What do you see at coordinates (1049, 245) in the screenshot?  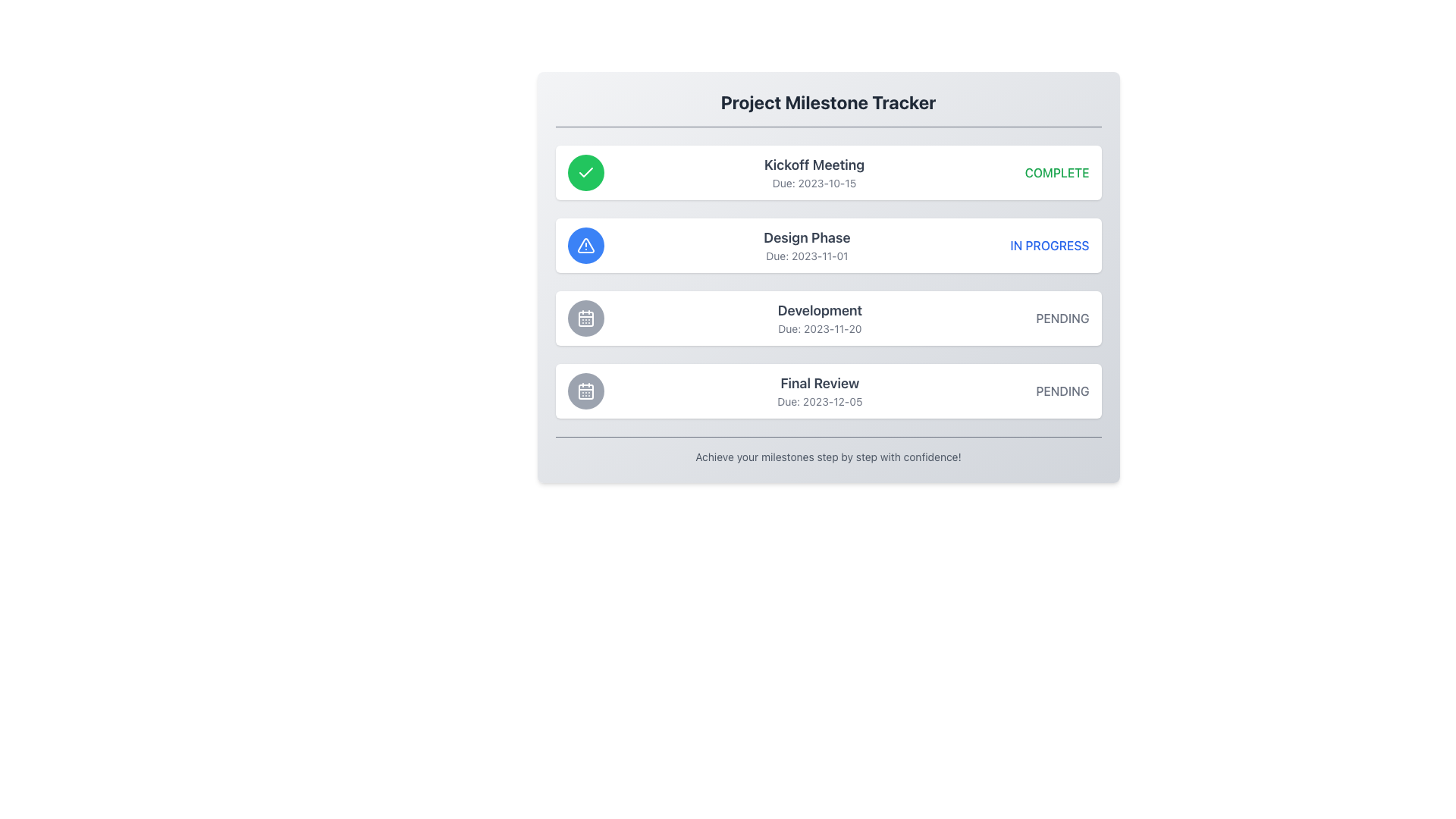 I see `the 'IN PROGRESS' label which is displayed in blue font and located to the right of the 'Due: 2023-11-01' text in the 'Design Phase' milestone of the project tracker` at bounding box center [1049, 245].